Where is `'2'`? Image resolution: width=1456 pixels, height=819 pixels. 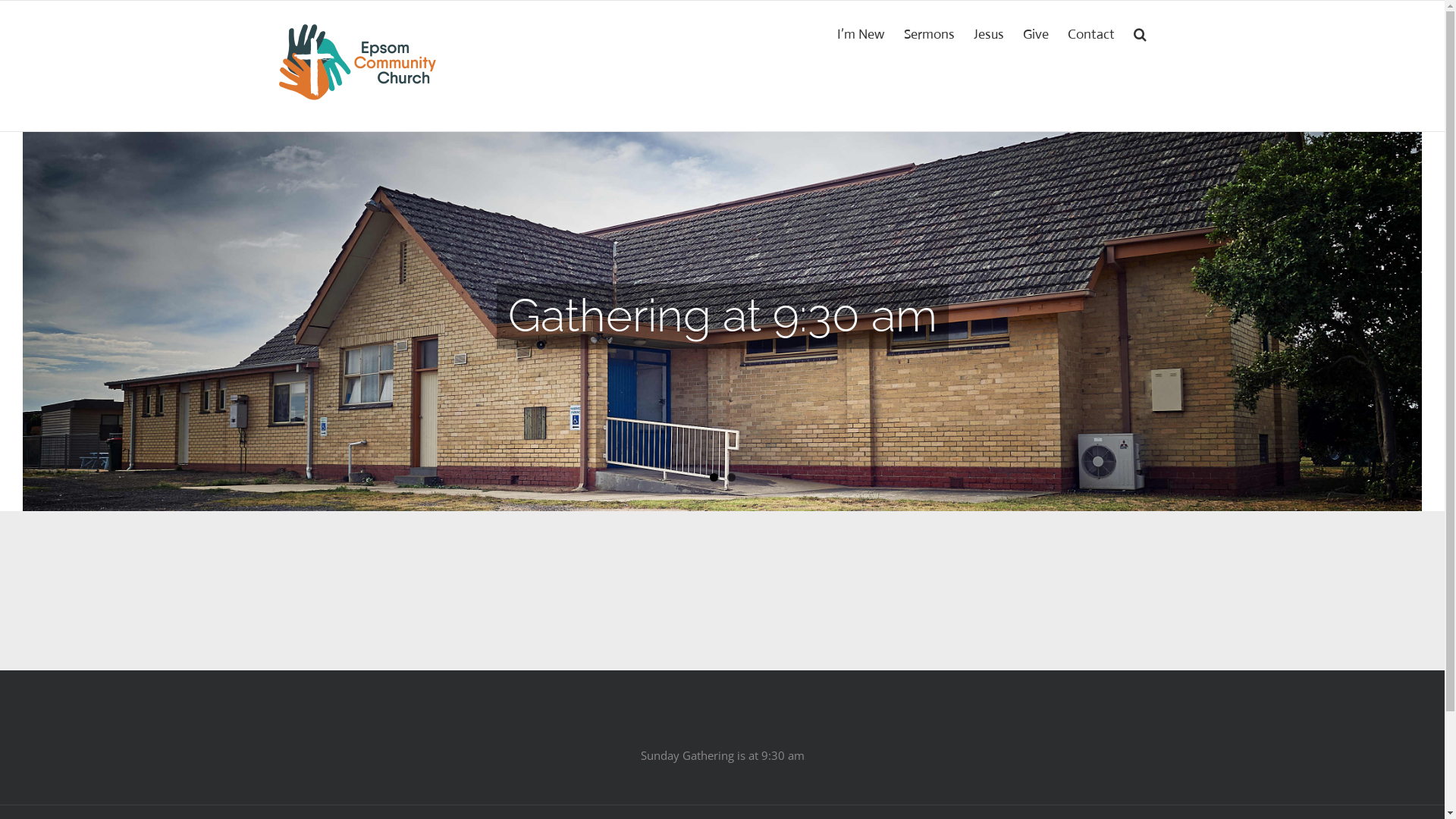
'2' is located at coordinates (730, 476).